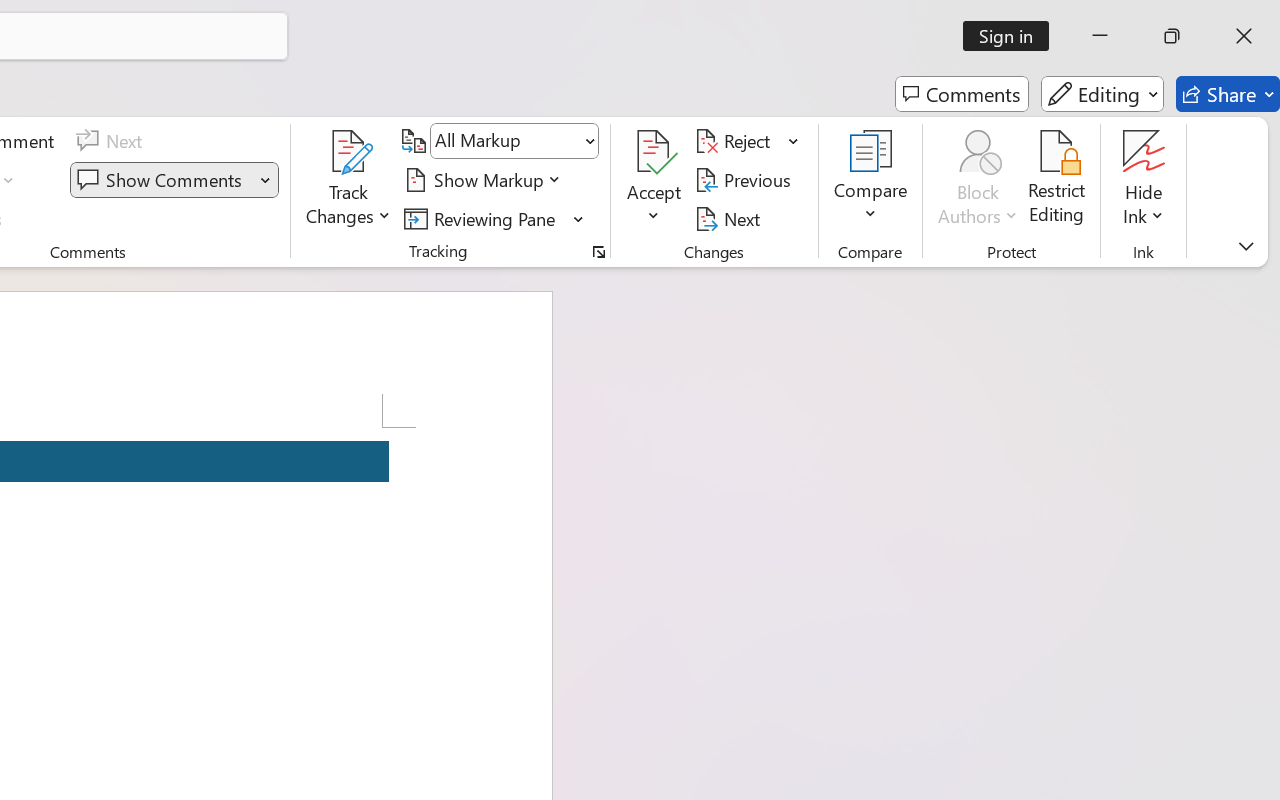  What do you see at coordinates (1013, 35) in the screenshot?
I see `'Sign in'` at bounding box center [1013, 35].